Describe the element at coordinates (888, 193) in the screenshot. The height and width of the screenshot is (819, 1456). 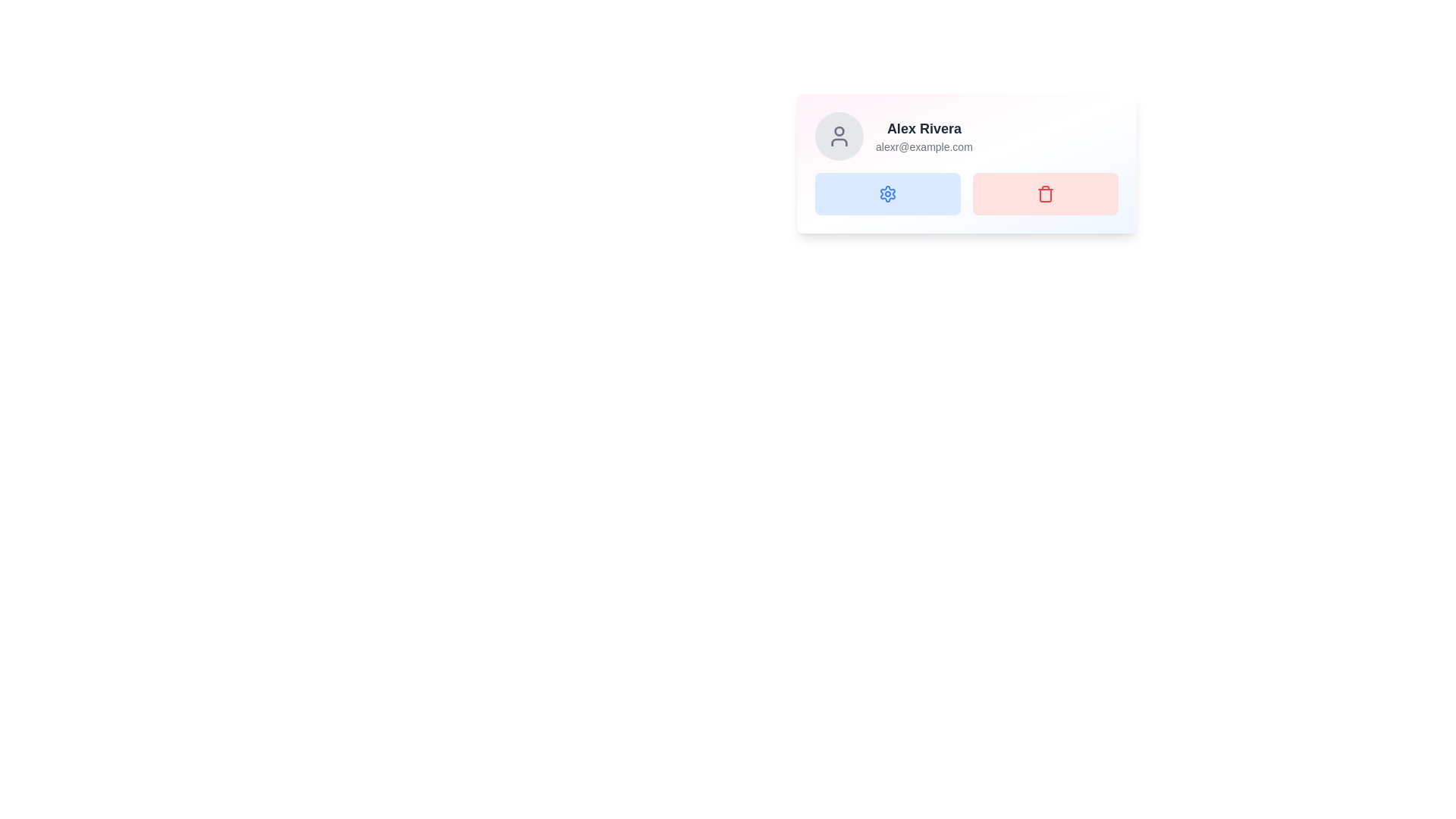
I see `the settings button located in the grid layout, directly to the left of the red trash can button, below the card header displaying 'Alex Rivera'` at that location.